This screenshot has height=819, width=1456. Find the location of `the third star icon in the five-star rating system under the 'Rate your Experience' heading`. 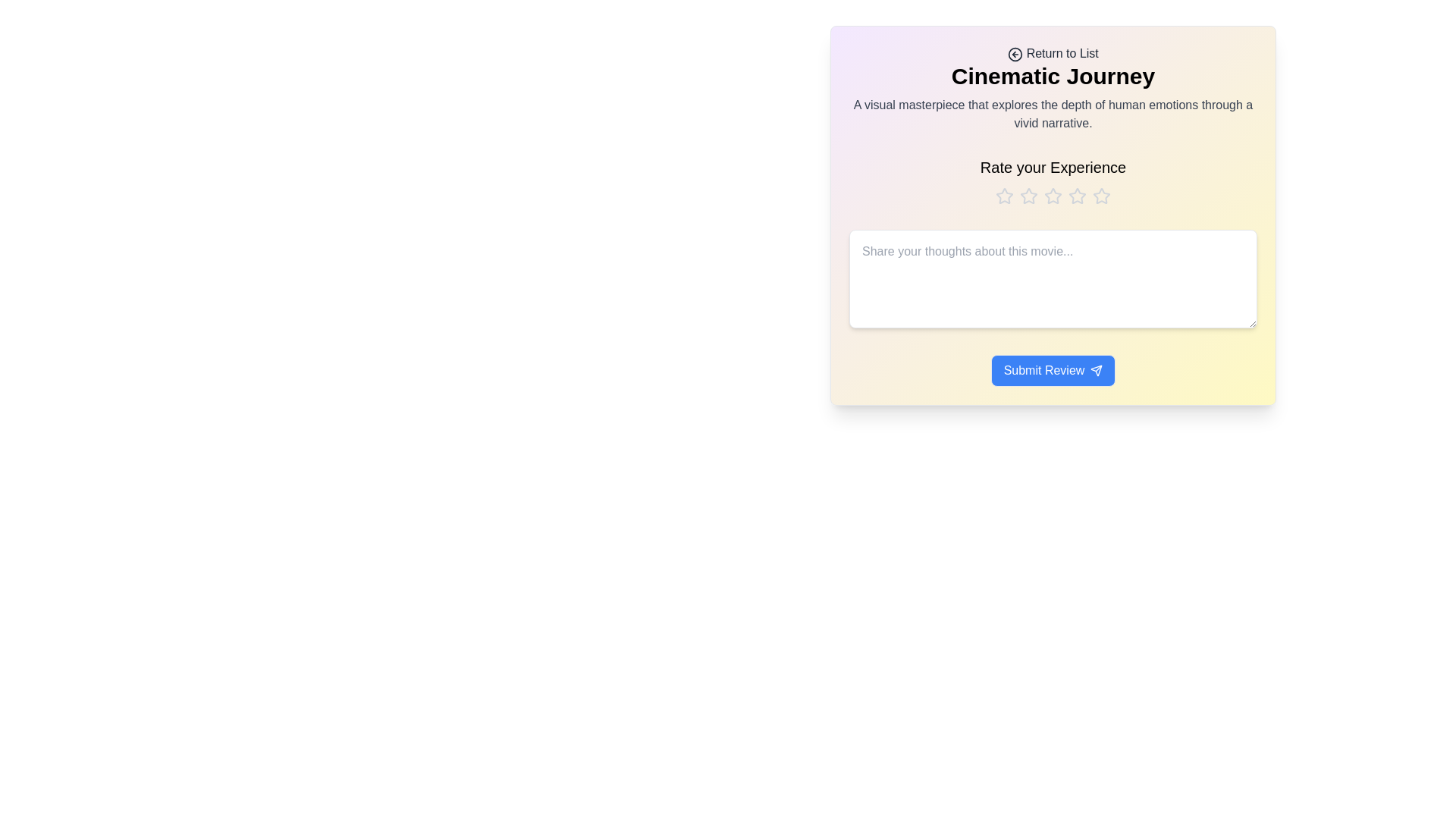

the third star icon in the five-star rating system under the 'Rate your Experience' heading is located at coordinates (1052, 195).